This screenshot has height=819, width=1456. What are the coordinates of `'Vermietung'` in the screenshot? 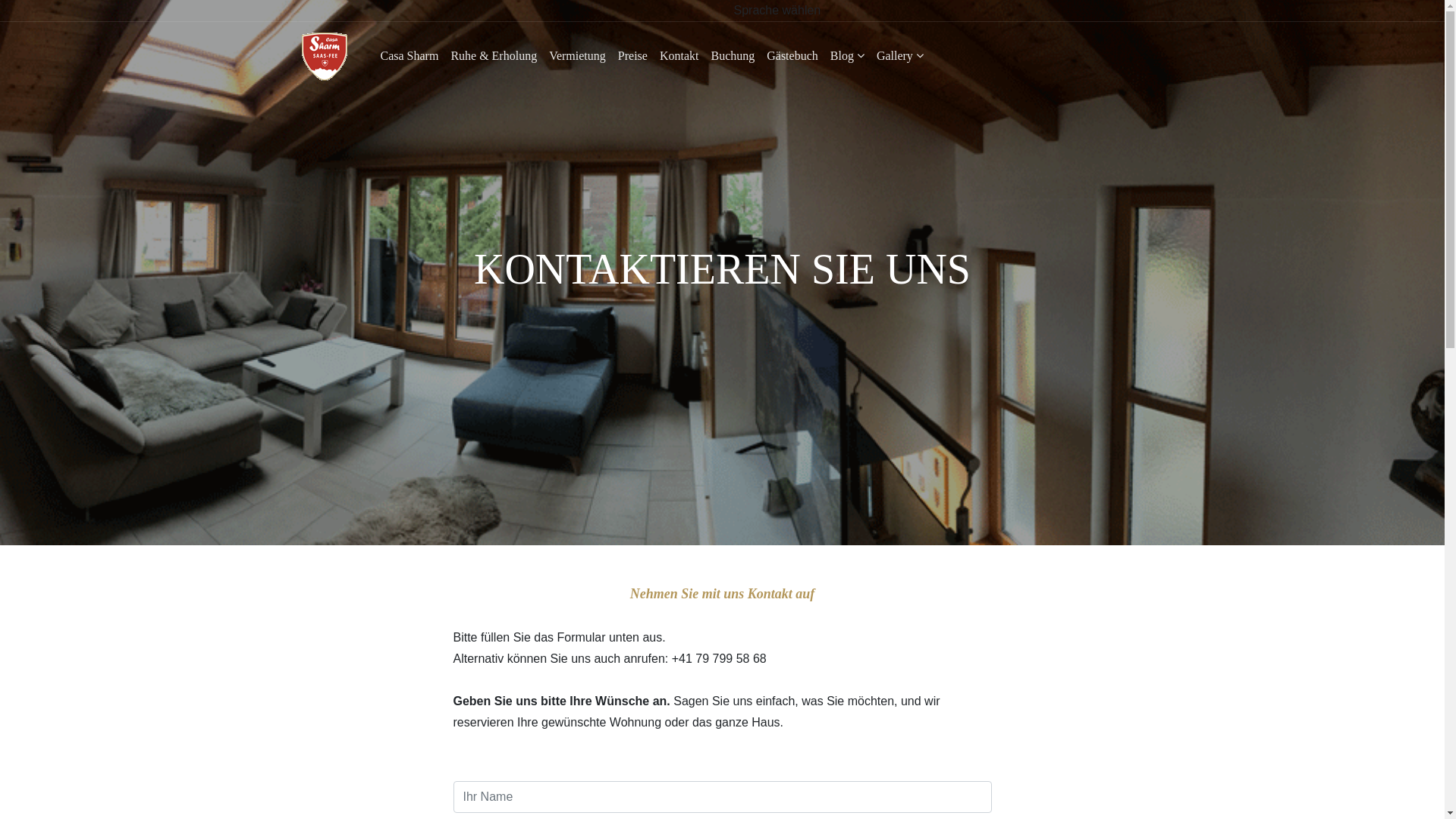 It's located at (542, 55).